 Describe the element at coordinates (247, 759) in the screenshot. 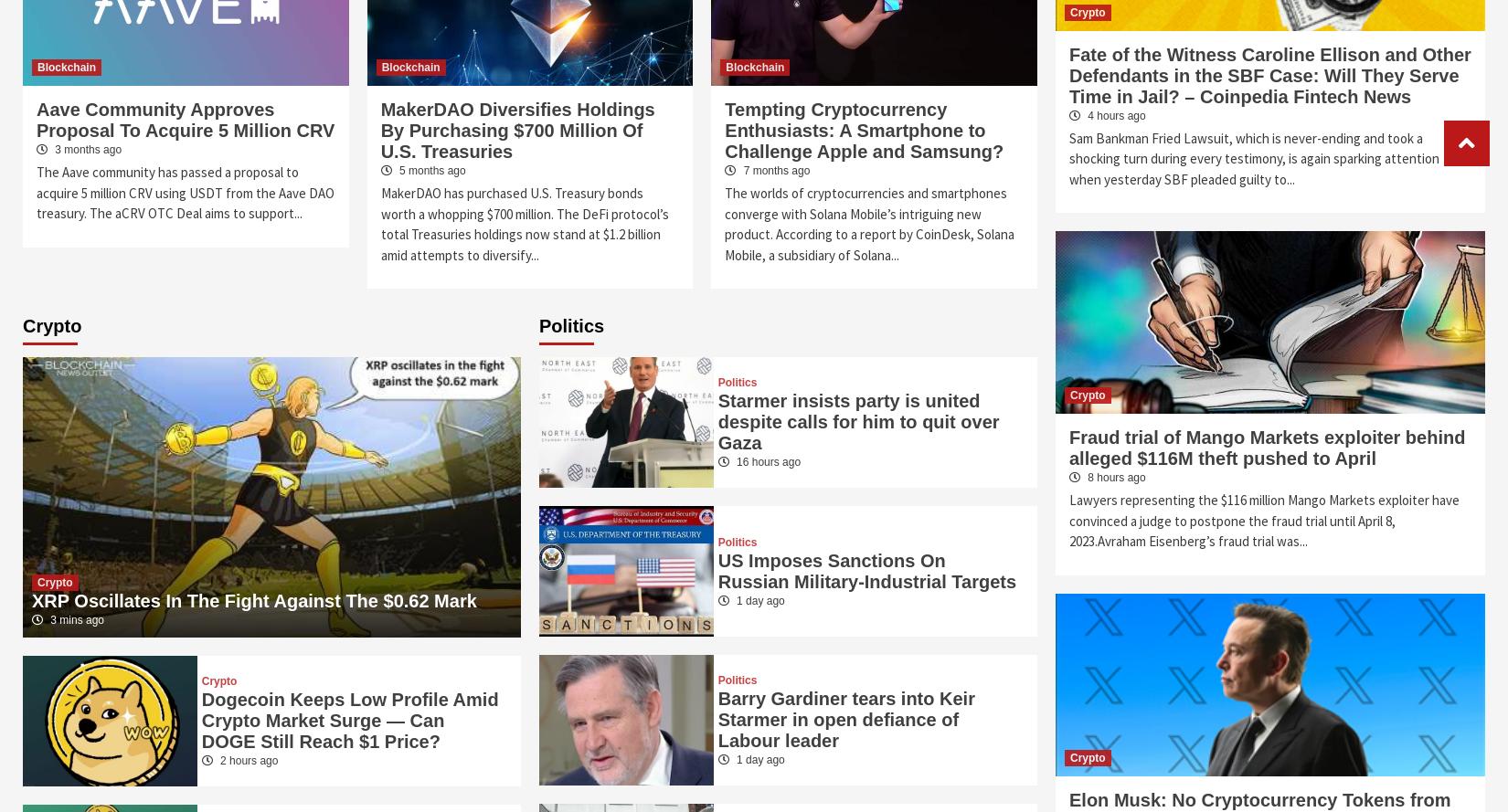

I see `'2 hours ago'` at that location.